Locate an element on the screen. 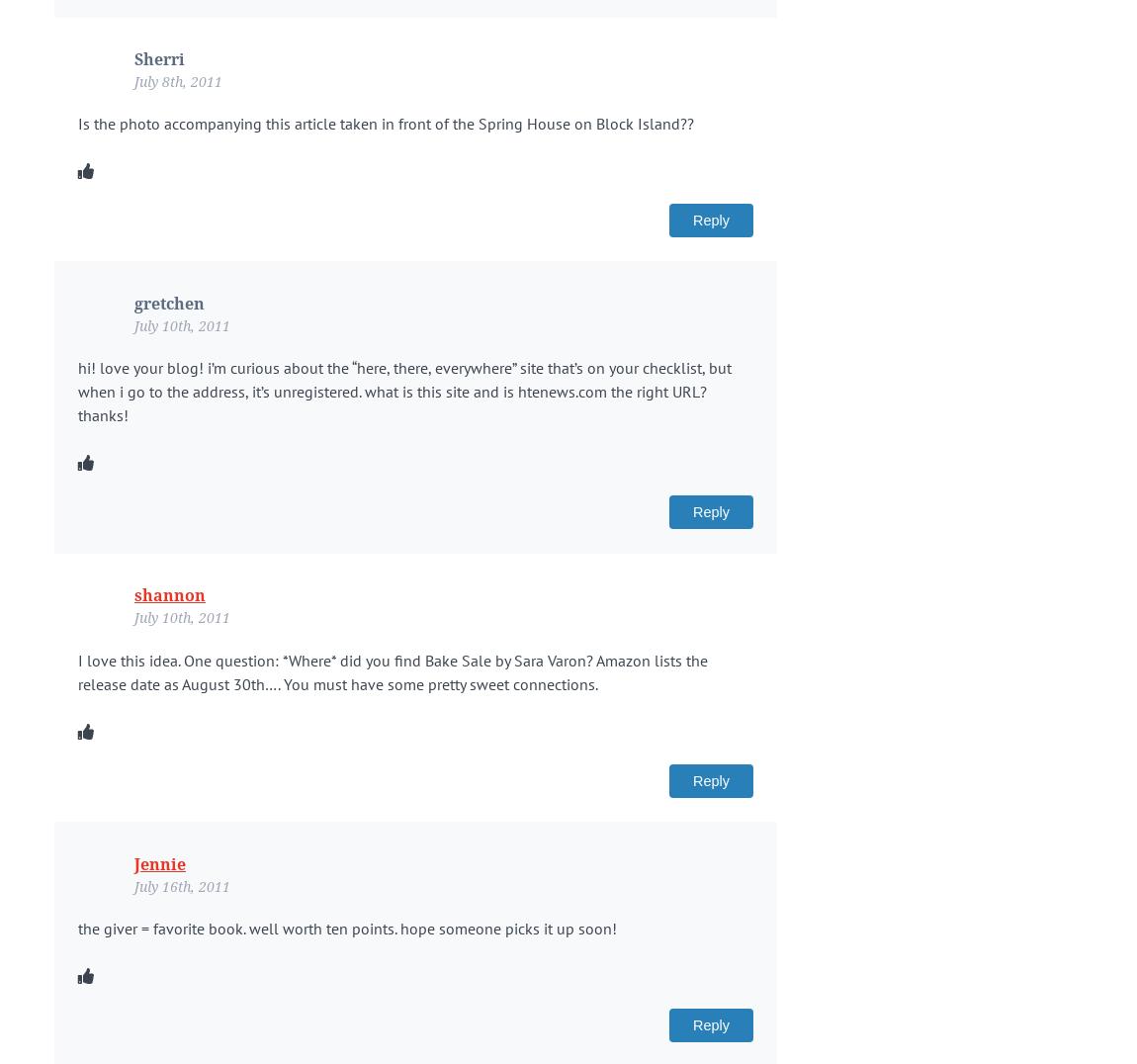 This screenshot has height=1064, width=1137. 'shannon' is located at coordinates (169, 595).